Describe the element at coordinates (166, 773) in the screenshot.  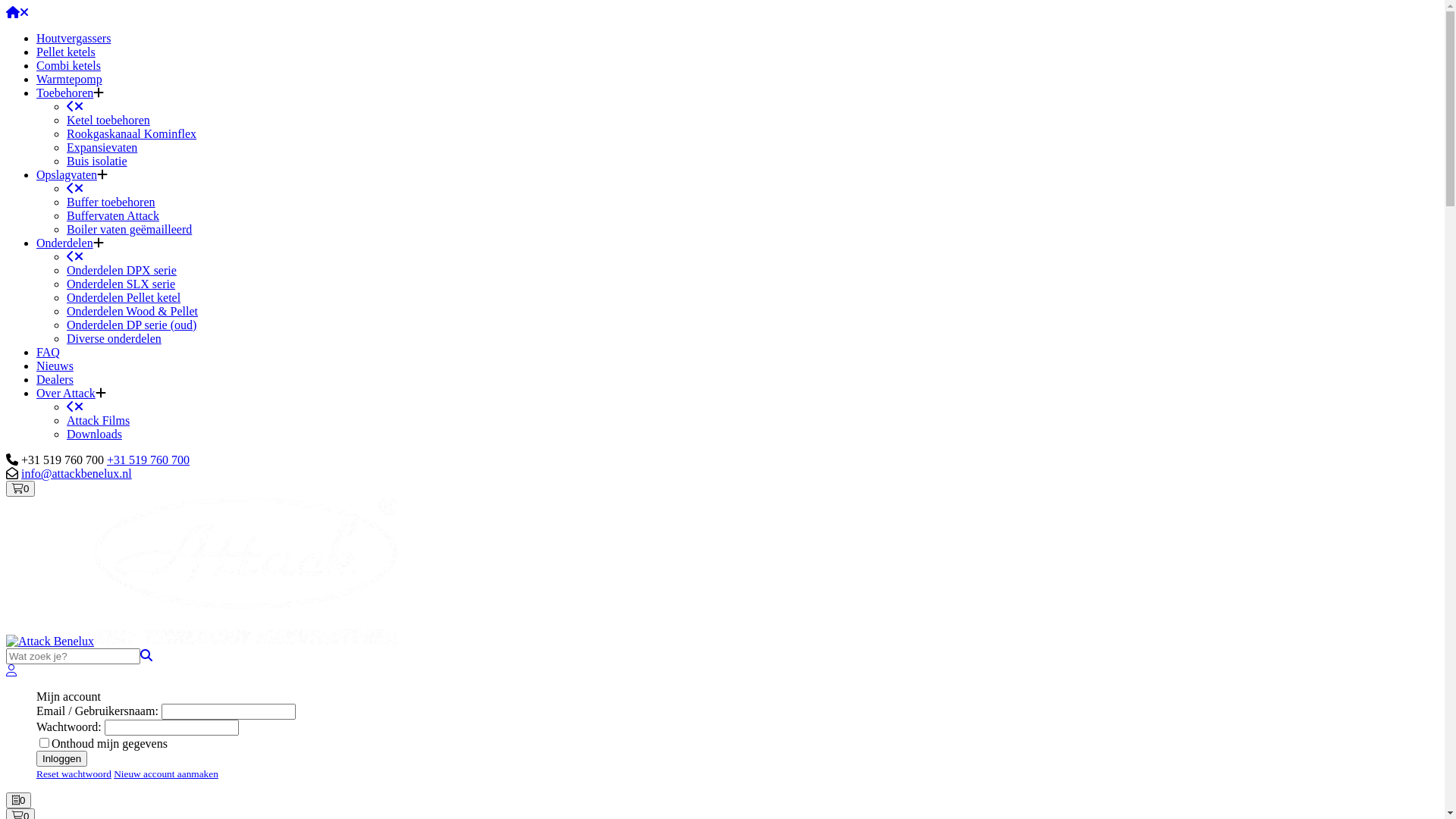
I see `'Nieuw account aanmaken'` at that location.